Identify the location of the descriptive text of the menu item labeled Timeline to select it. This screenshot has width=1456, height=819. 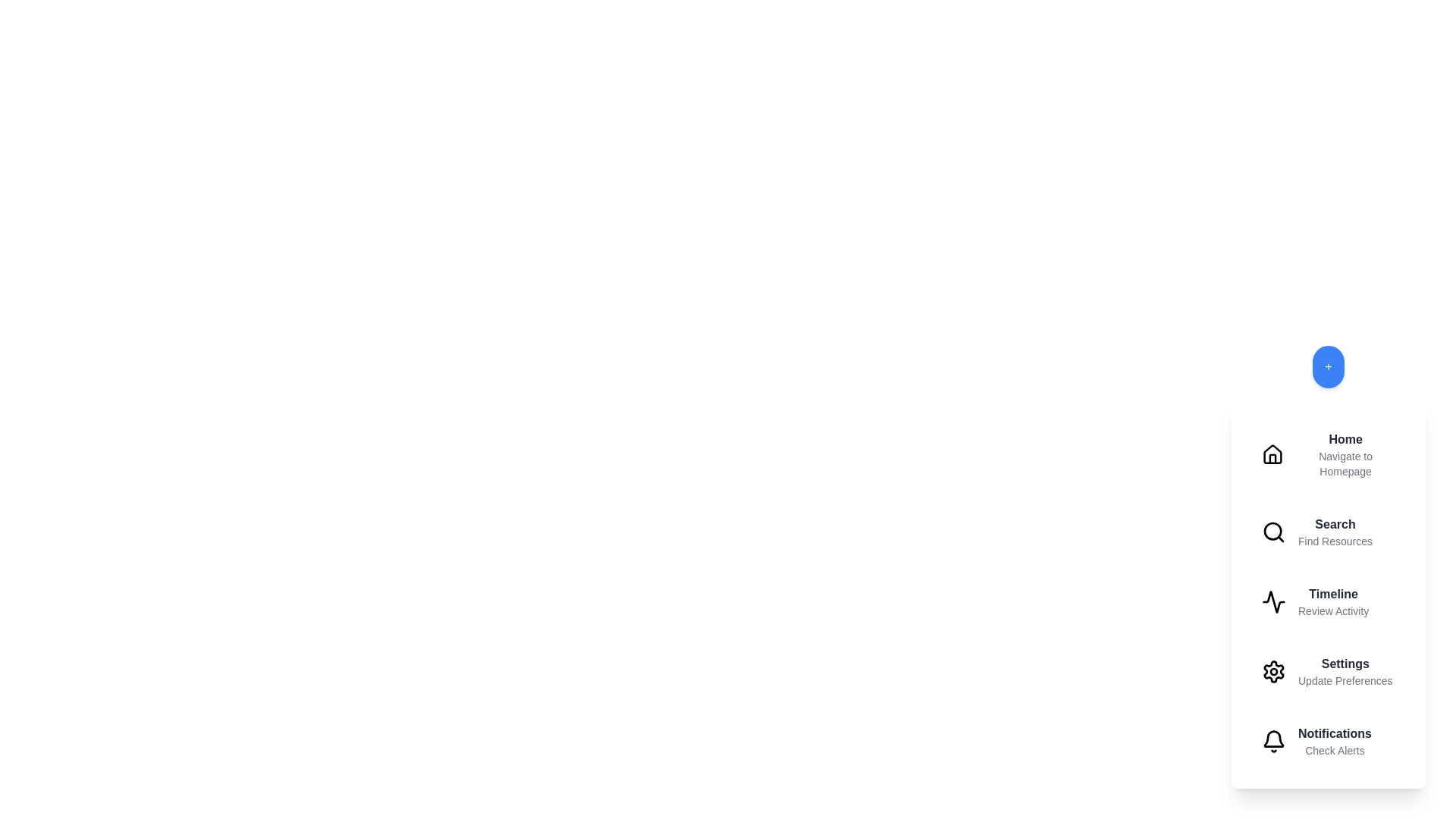
(1332, 610).